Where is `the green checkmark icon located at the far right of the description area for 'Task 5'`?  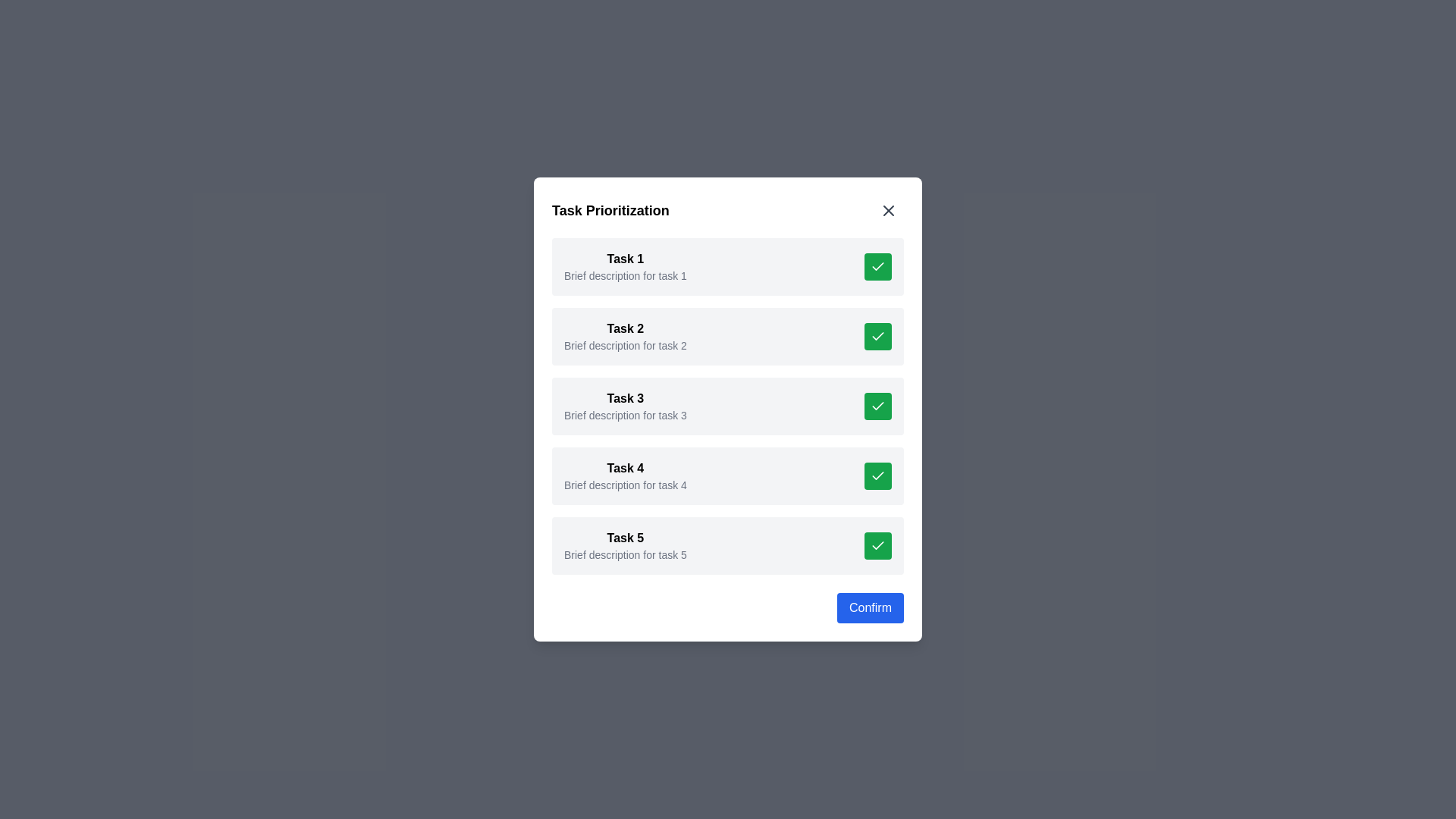
the green checkmark icon located at the far right of the description area for 'Task 5' is located at coordinates (877, 544).